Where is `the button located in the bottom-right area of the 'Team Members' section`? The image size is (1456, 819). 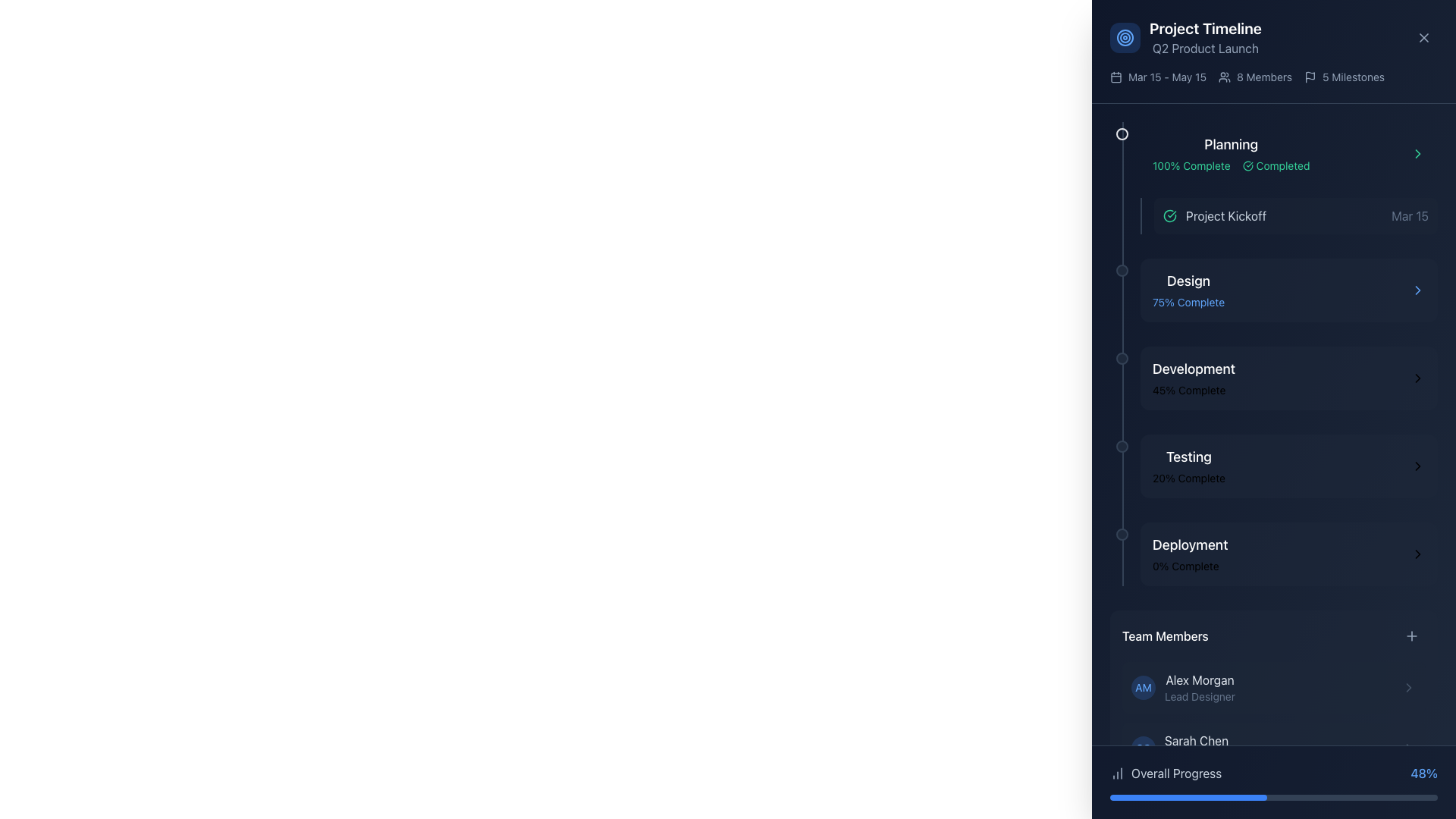
the button located in the bottom-right area of the 'Team Members' section is located at coordinates (1411, 636).